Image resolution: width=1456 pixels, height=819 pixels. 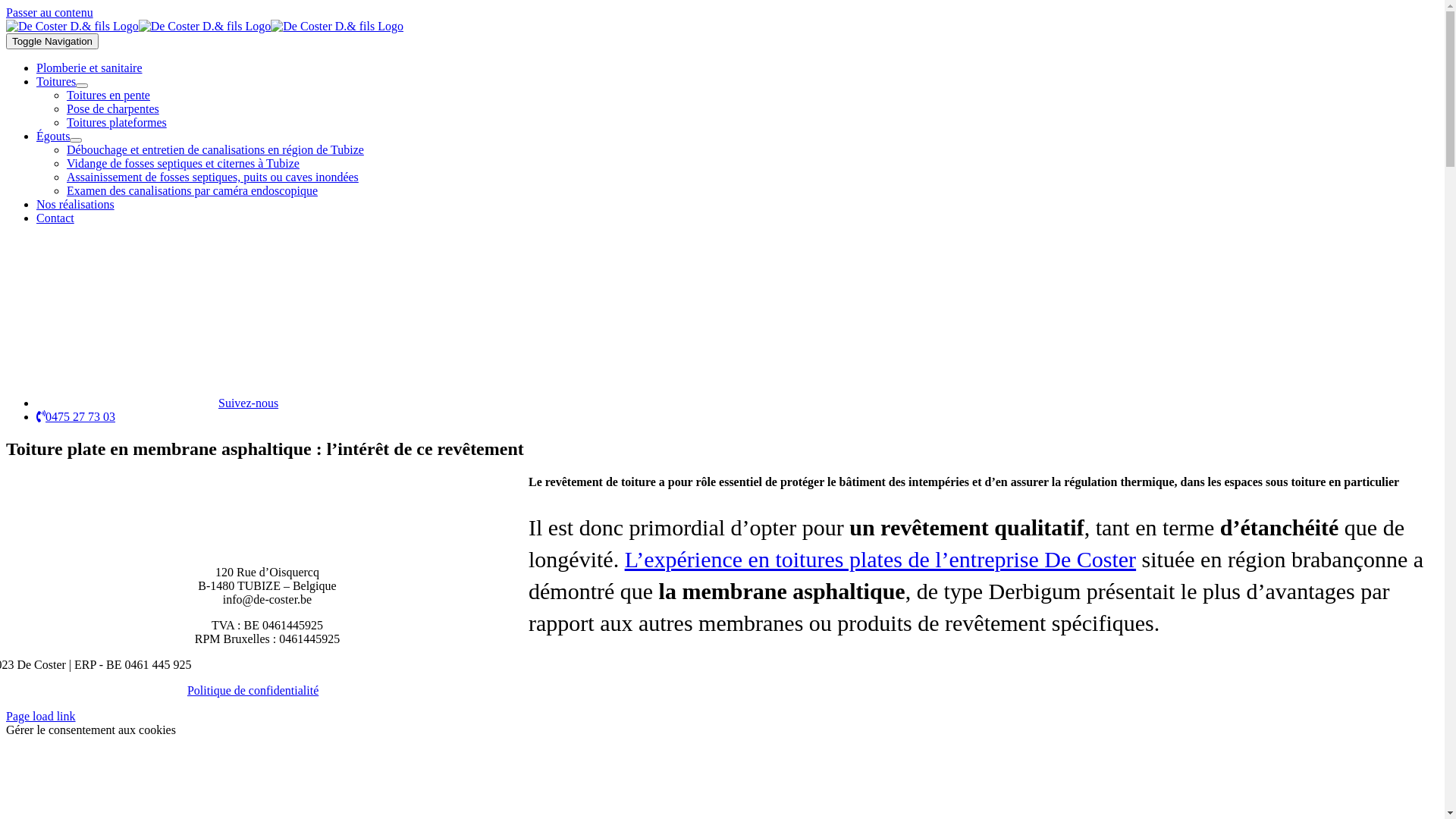 What do you see at coordinates (36, 416) in the screenshot?
I see `'0475 27 73 03'` at bounding box center [36, 416].